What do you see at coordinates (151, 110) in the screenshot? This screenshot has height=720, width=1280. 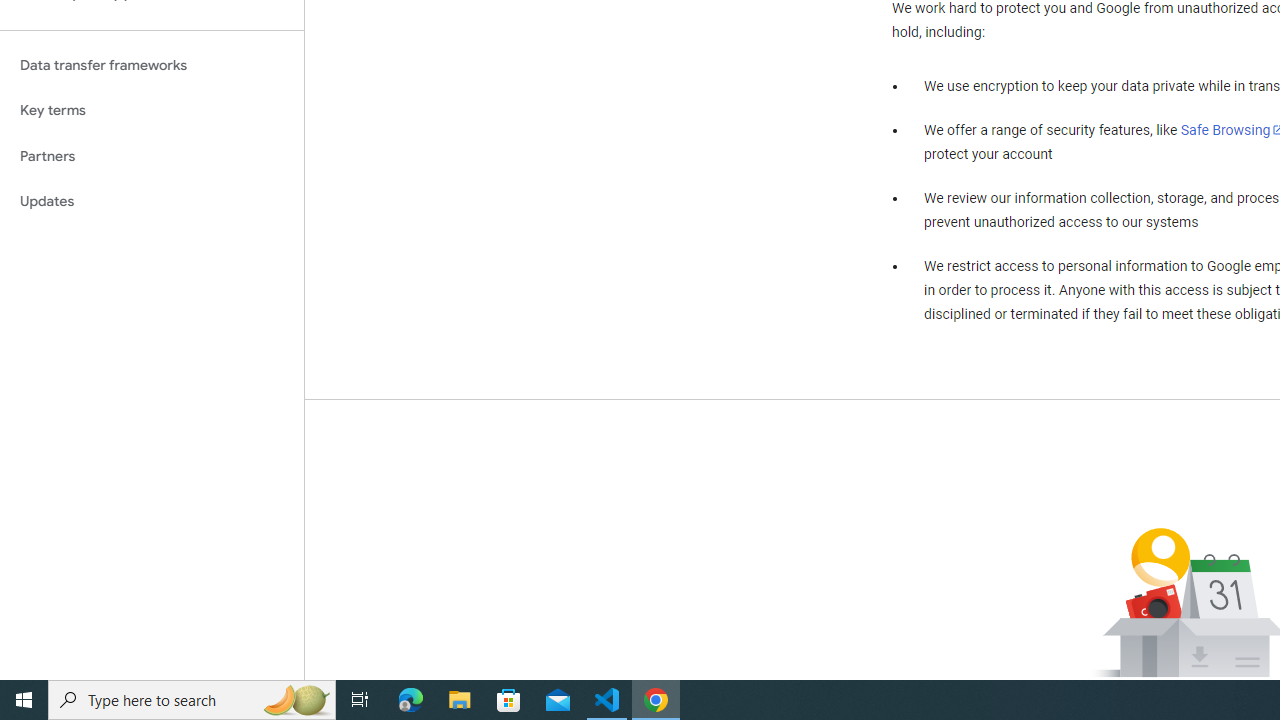 I see `'Key terms'` at bounding box center [151, 110].